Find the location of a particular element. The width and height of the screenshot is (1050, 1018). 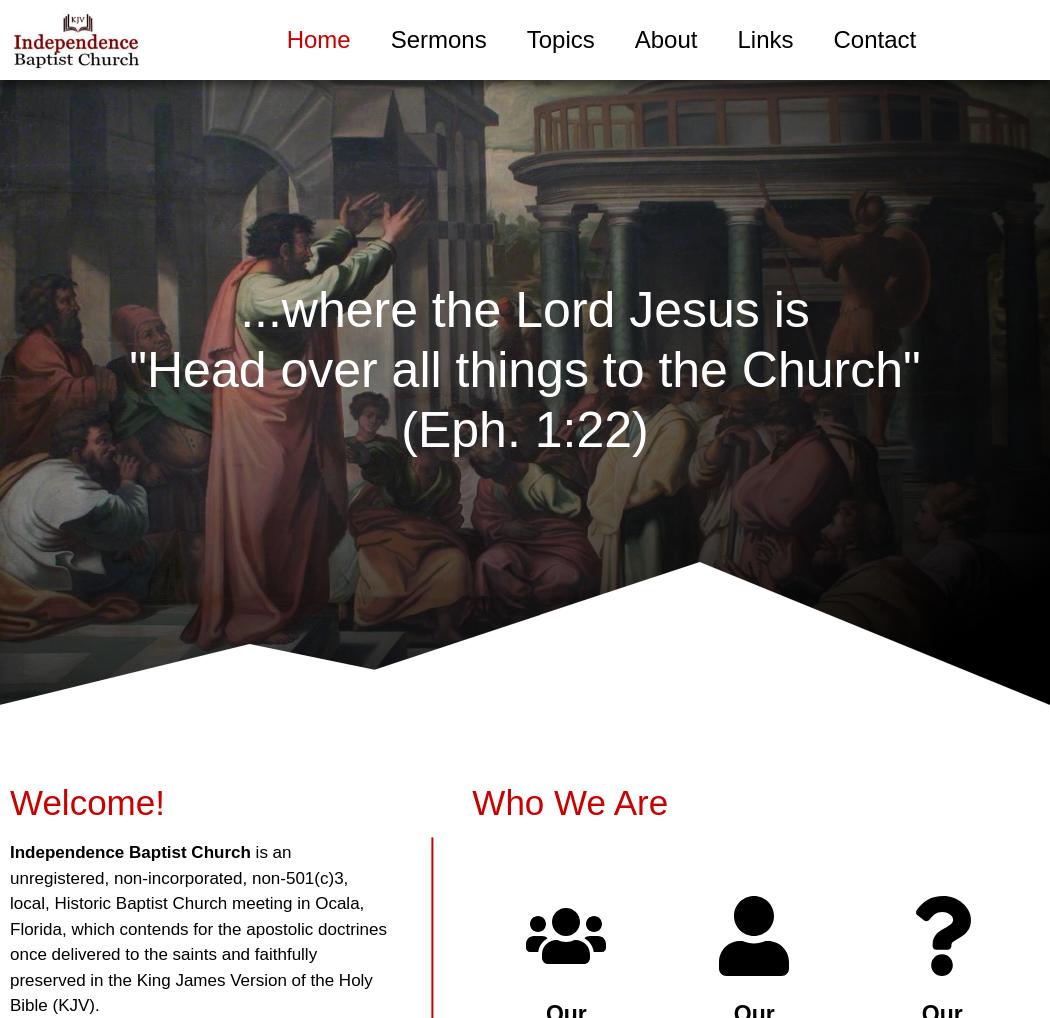

'Who We Are' is located at coordinates (569, 802).